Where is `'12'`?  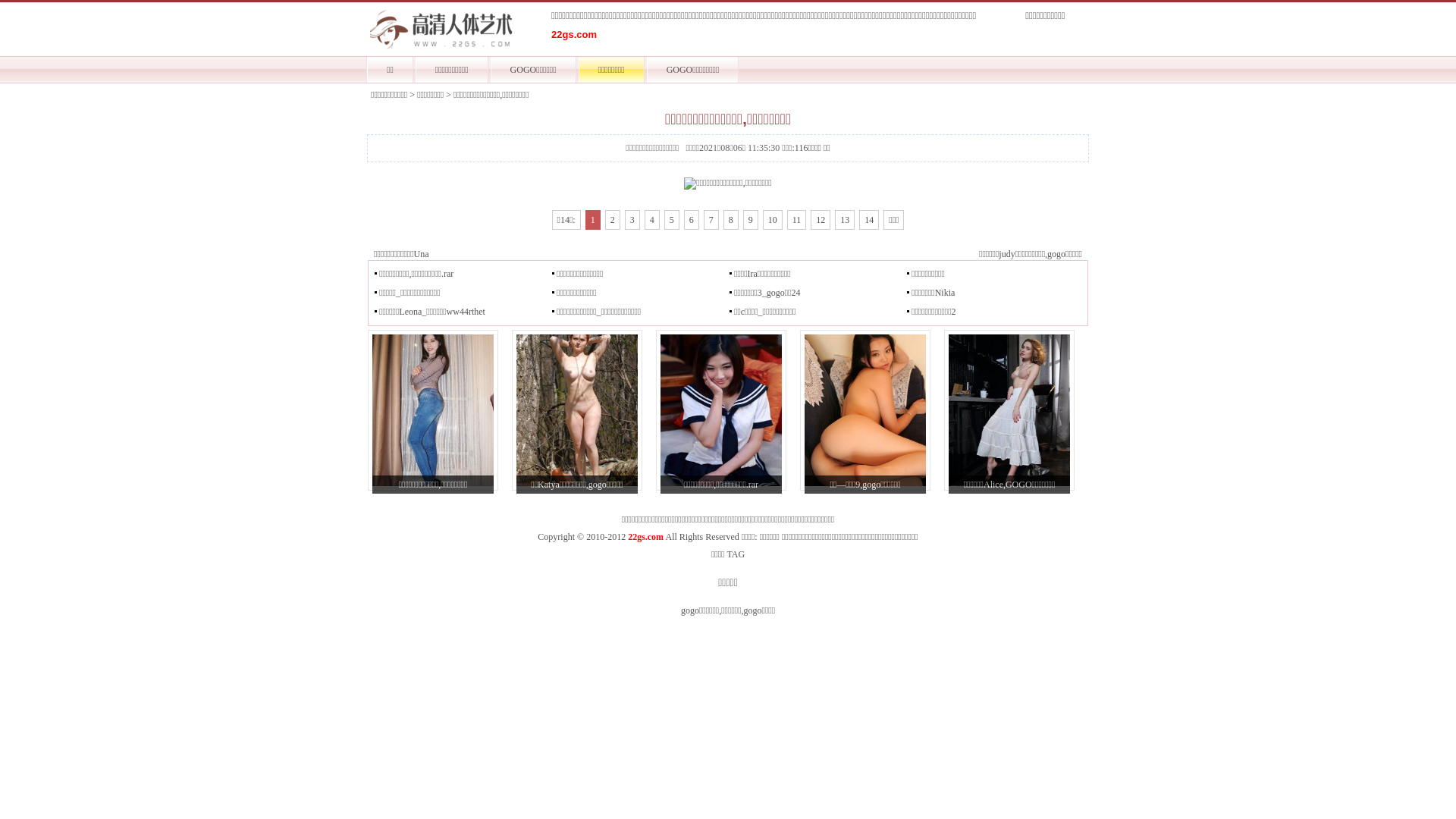 '12' is located at coordinates (810, 219).